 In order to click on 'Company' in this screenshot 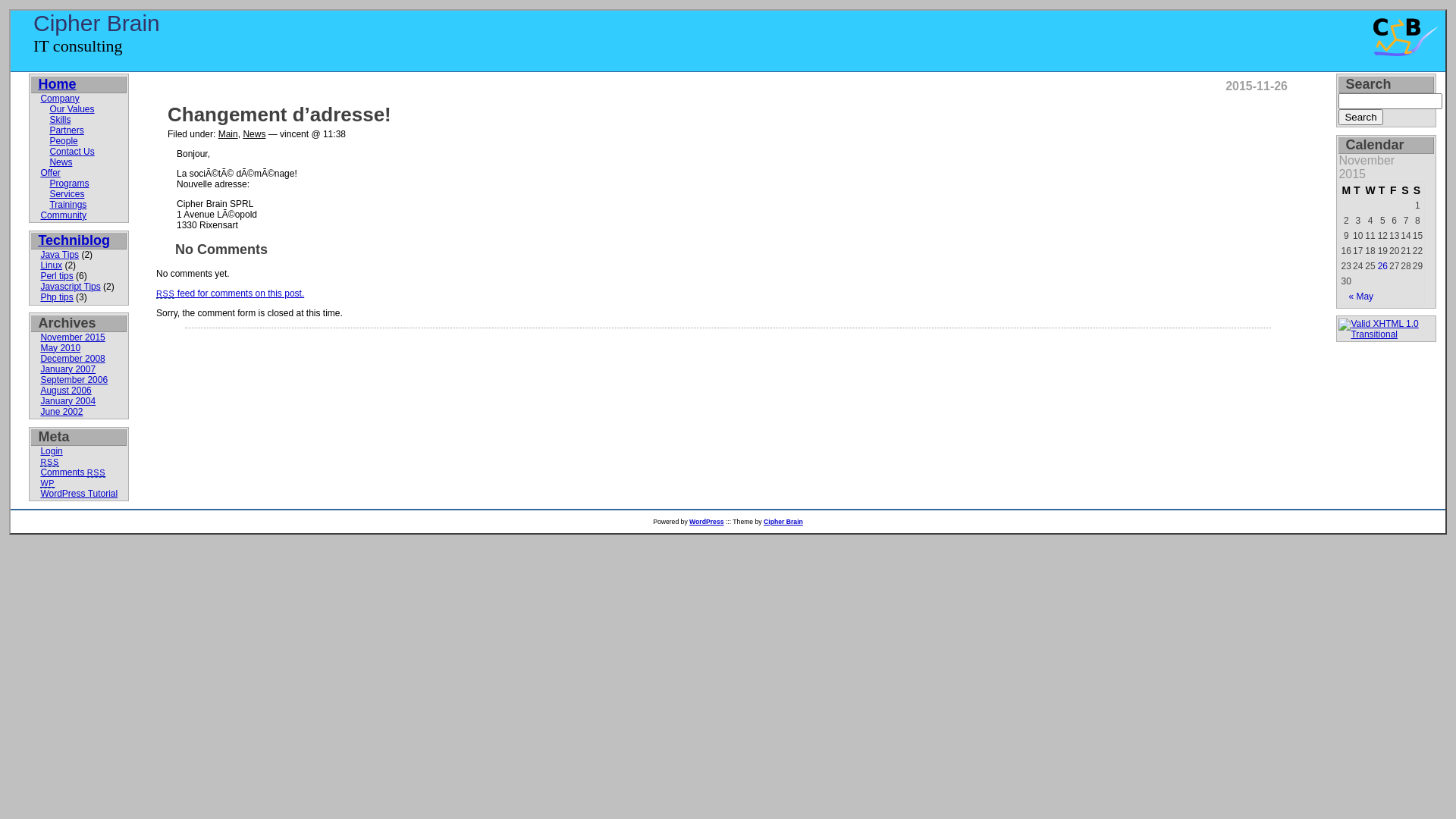, I will do `click(39, 99)`.